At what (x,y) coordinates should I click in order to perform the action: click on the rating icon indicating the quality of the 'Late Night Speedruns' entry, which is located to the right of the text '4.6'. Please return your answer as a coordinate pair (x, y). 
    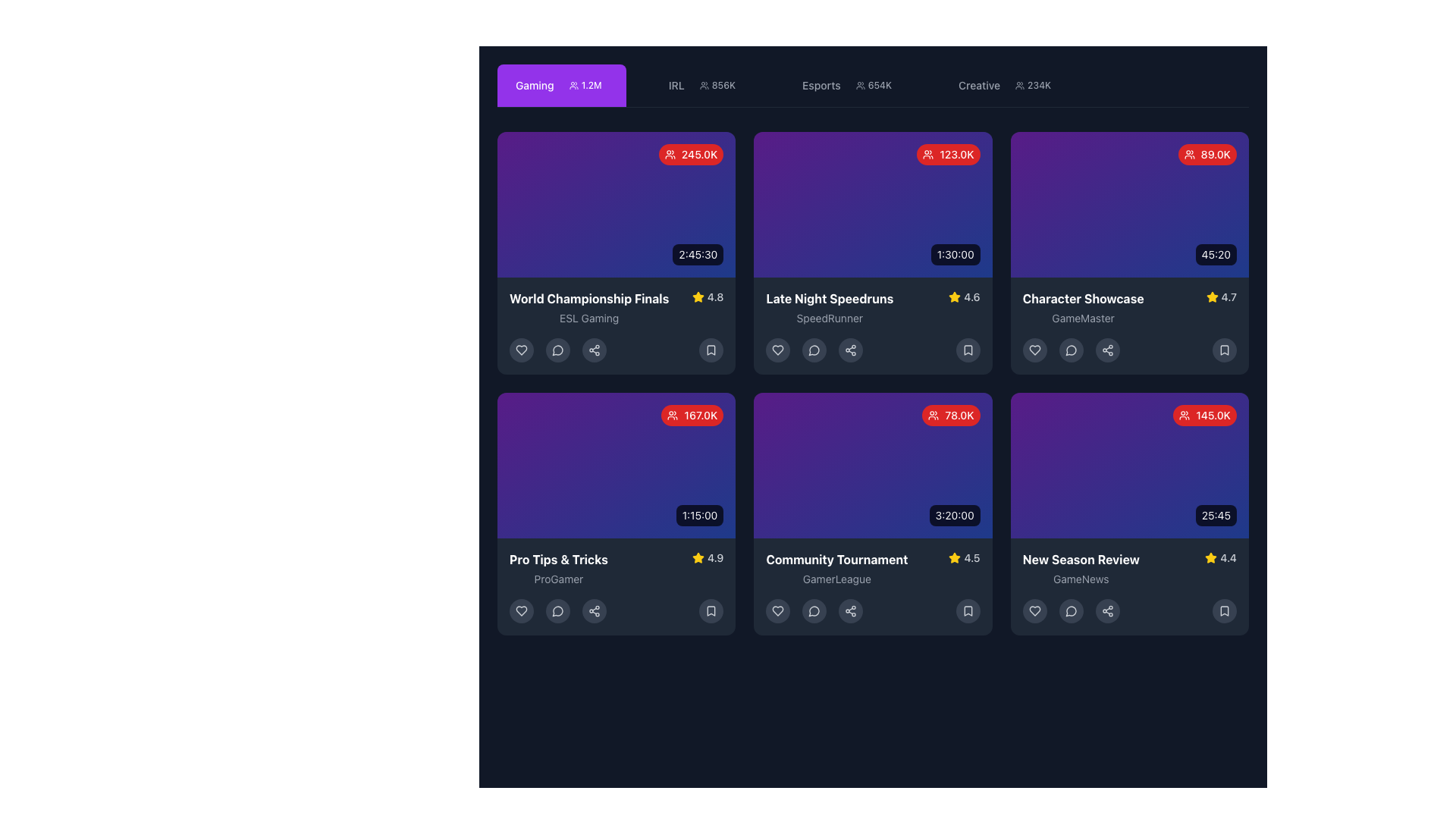
    Looking at the image, I should click on (954, 297).